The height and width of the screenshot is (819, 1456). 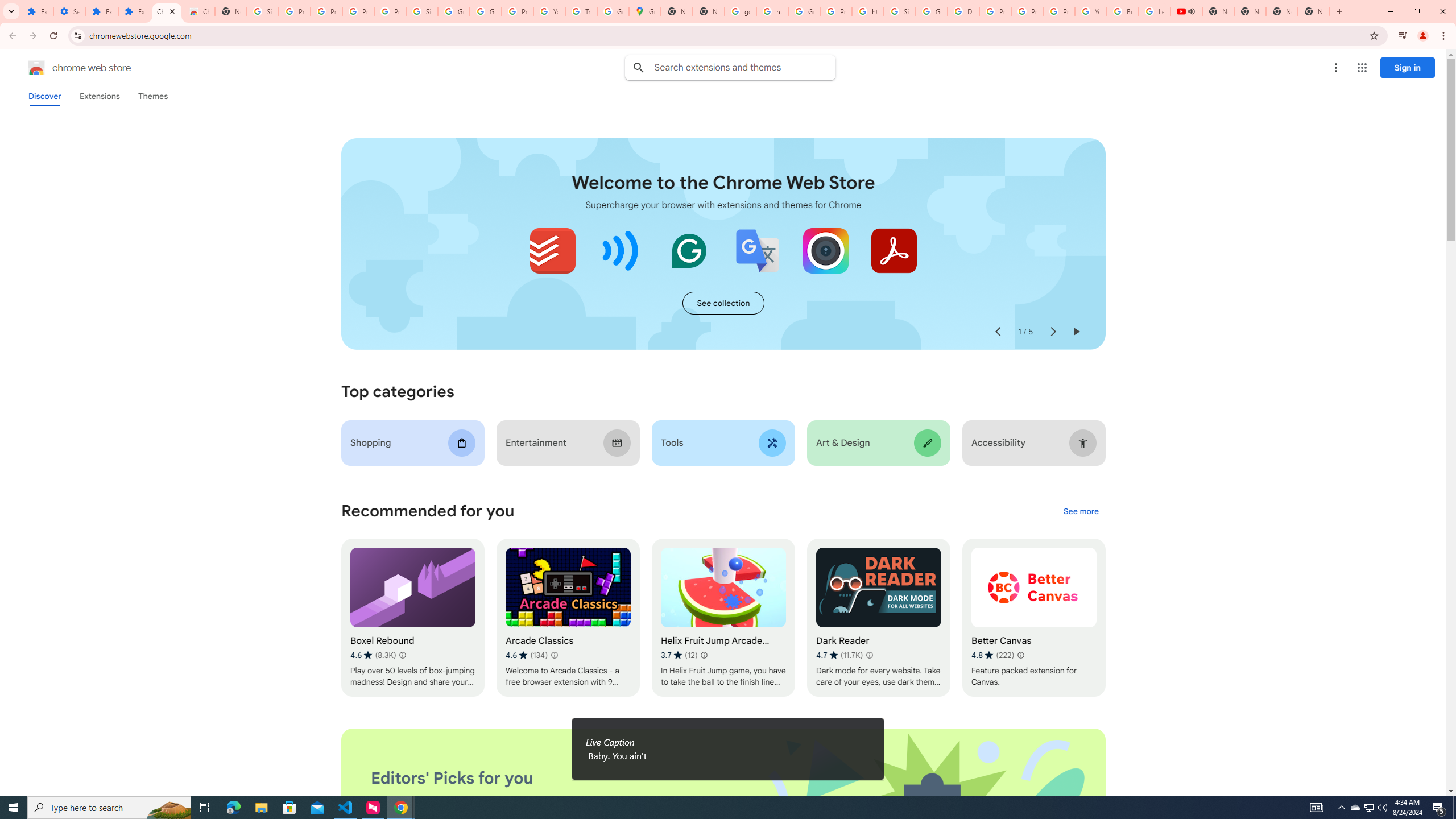 What do you see at coordinates (892, 250) in the screenshot?
I see `'Adobe Acrobat: PDF edit, convert, sign tools'` at bounding box center [892, 250].